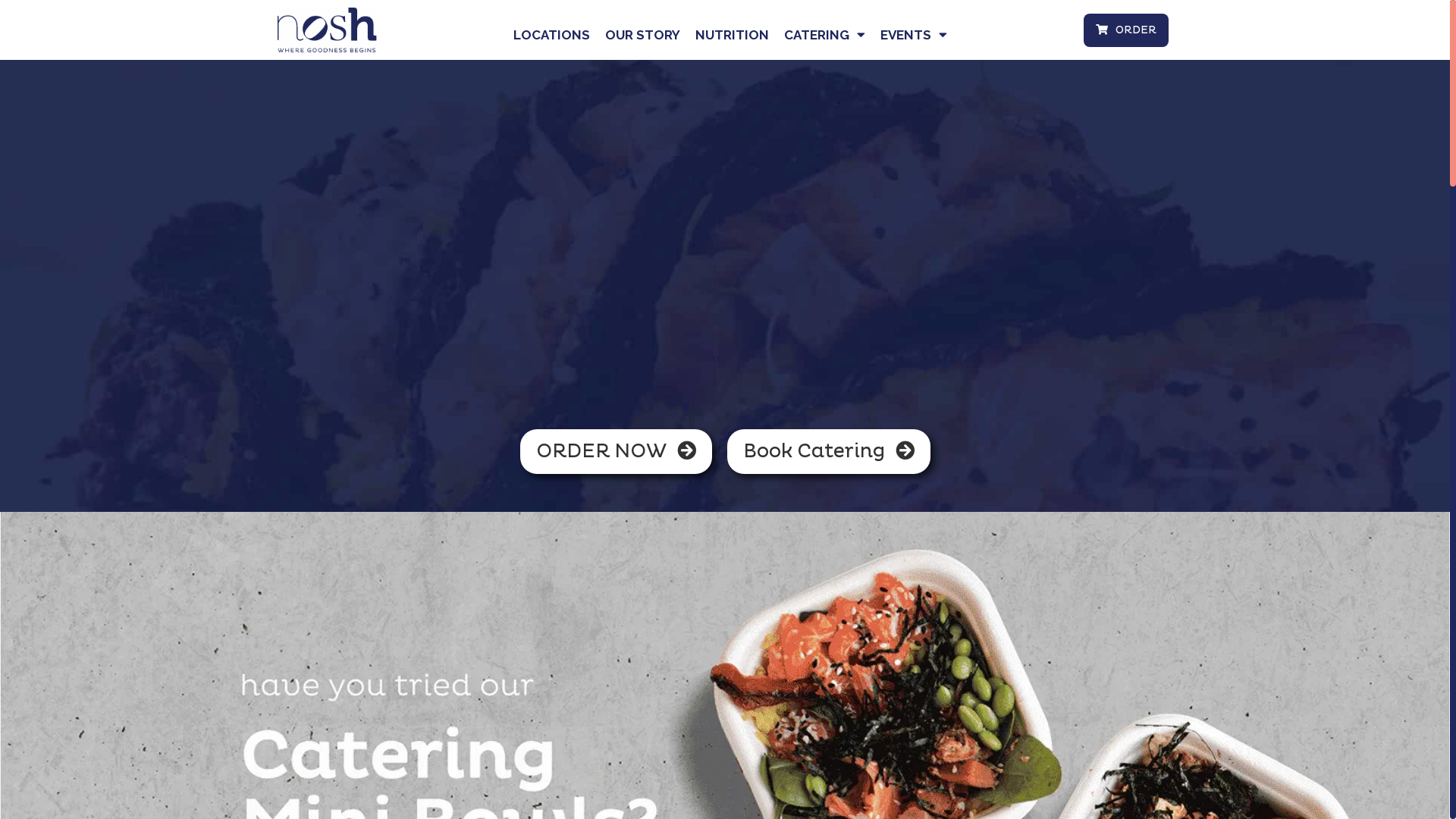  What do you see at coordinates (732, 34) in the screenshot?
I see `'NUTRITION'` at bounding box center [732, 34].